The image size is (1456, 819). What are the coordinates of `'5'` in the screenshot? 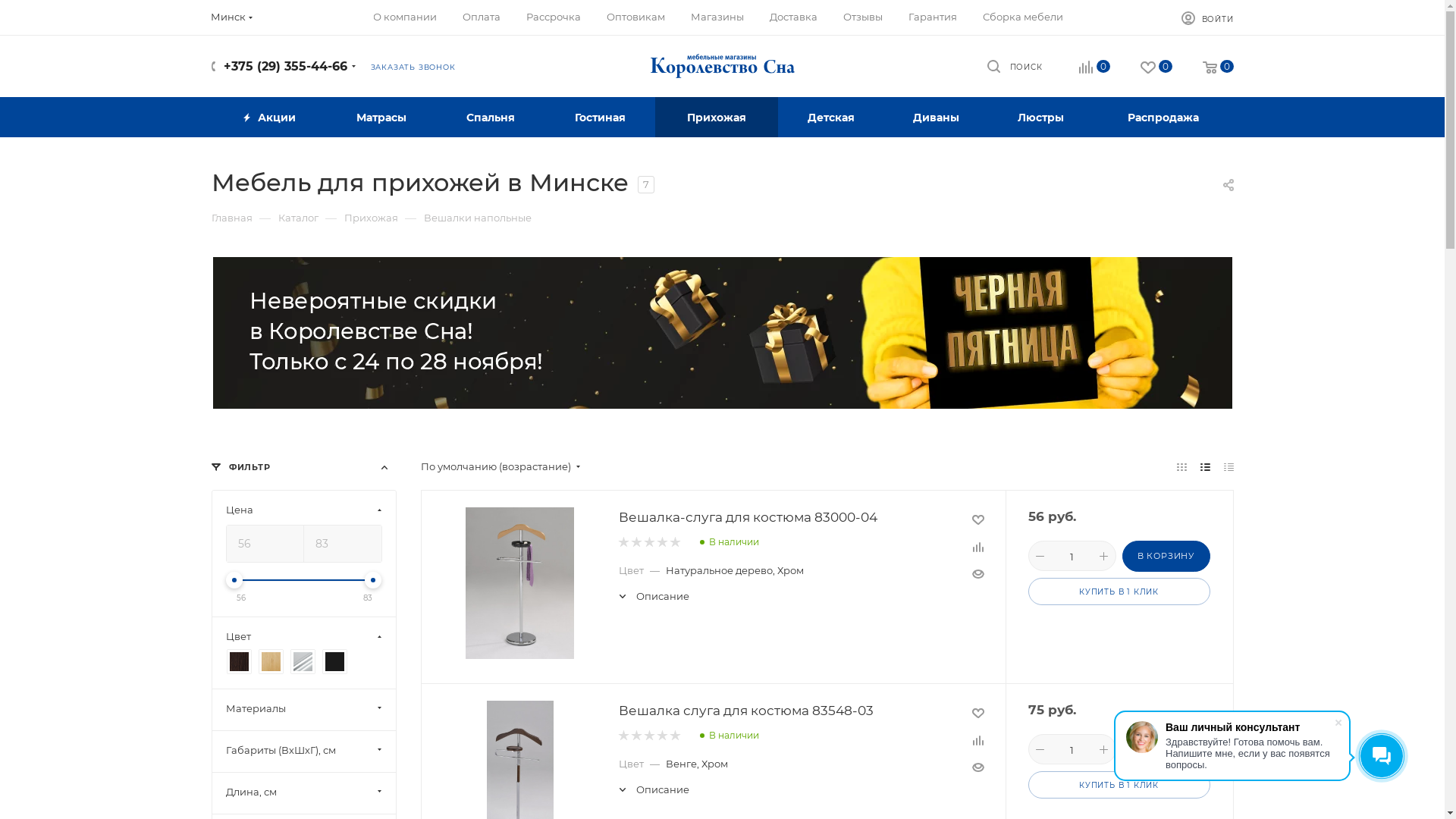 It's located at (668, 541).